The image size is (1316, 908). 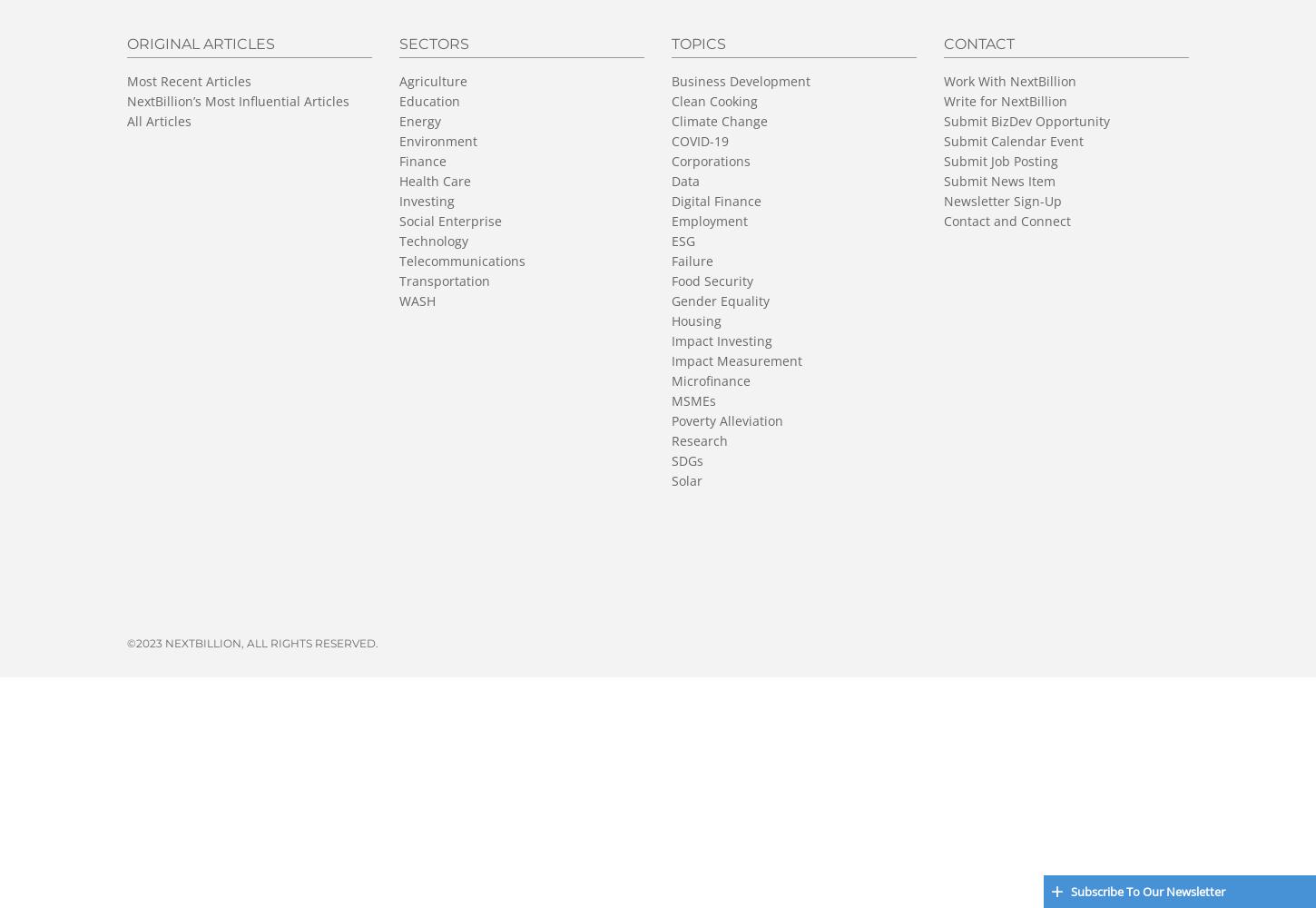 What do you see at coordinates (158, 120) in the screenshot?
I see `'All Articles'` at bounding box center [158, 120].